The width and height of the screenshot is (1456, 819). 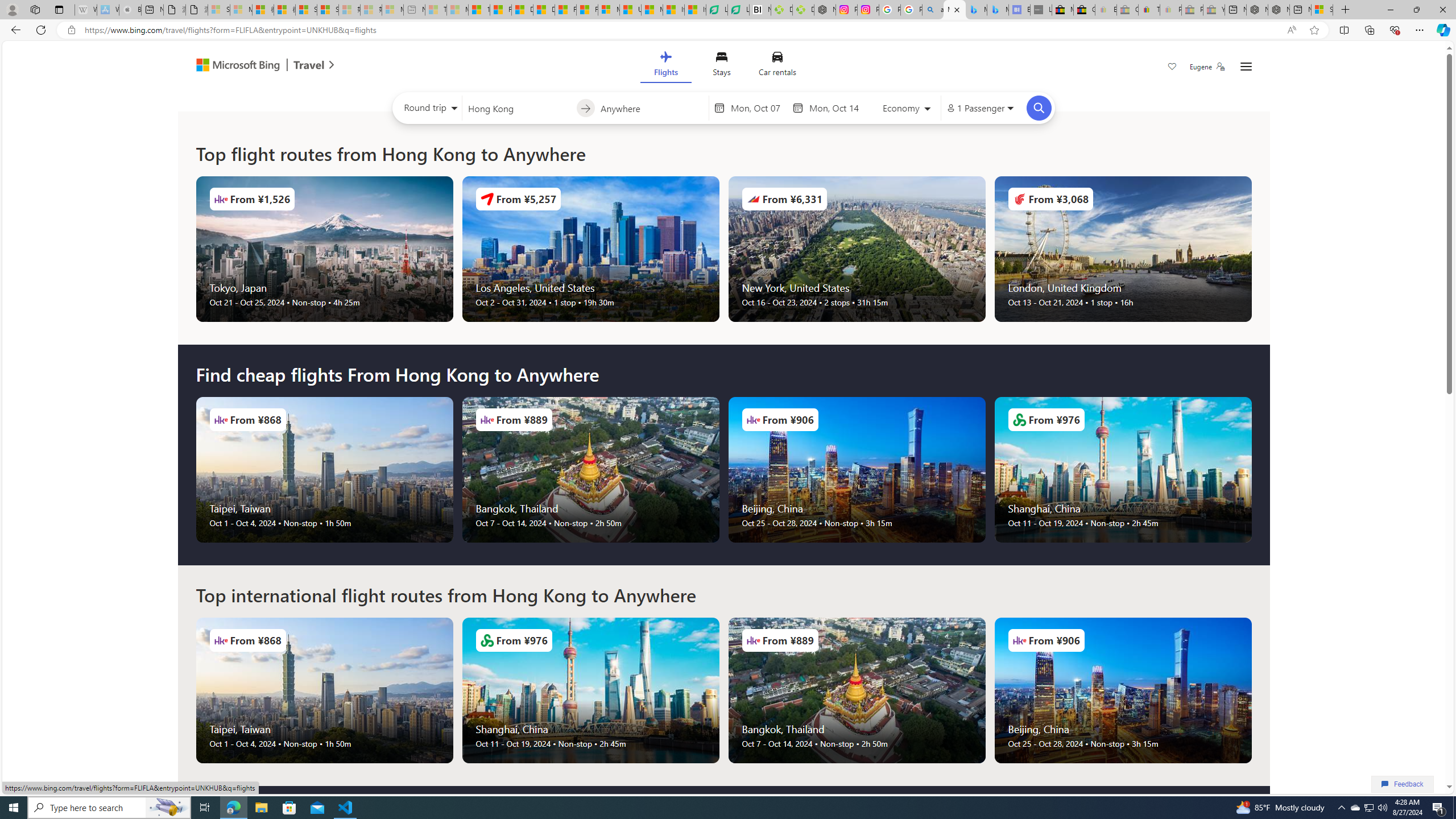 What do you see at coordinates (1214, 9) in the screenshot?
I see `'Yard, Garden & Outdoor Living - Sleeping'` at bounding box center [1214, 9].